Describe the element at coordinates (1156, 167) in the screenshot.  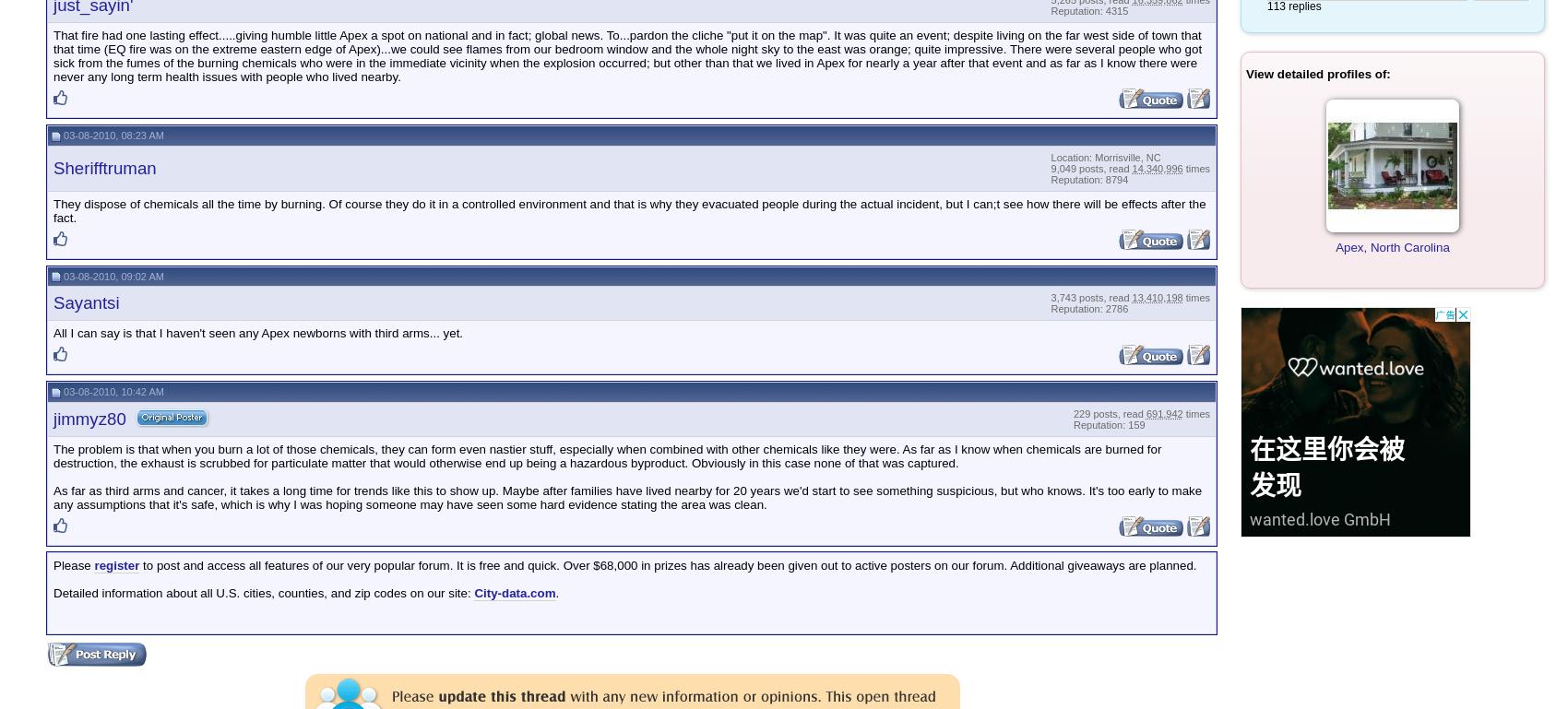
I see `'14,340,996'` at that location.